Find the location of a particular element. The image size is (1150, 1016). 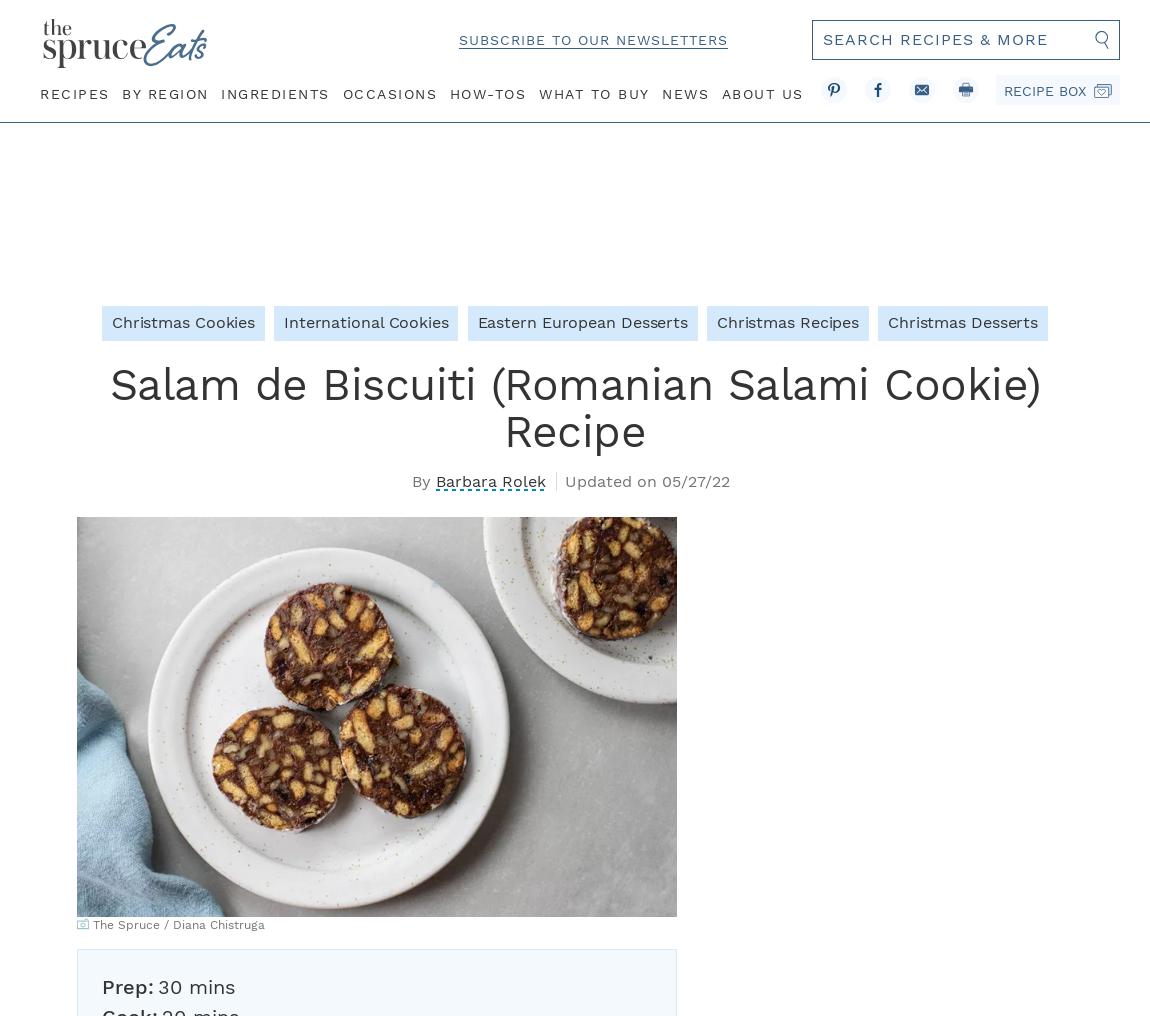

'Ingredients' is located at coordinates (273, 92).